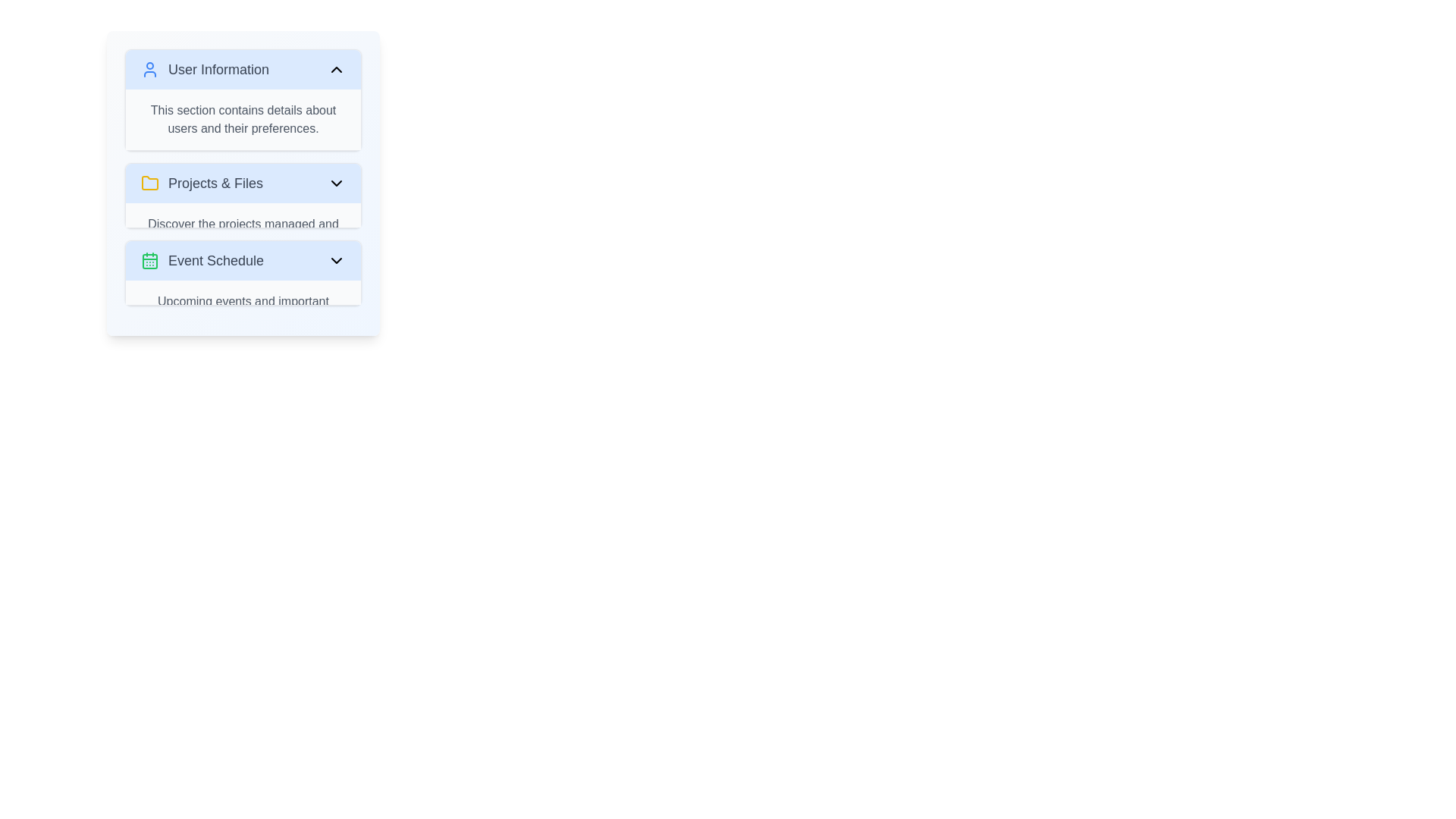 This screenshot has width=1456, height=819. What do you see at coordinates (243, 215) in the screenshot?
I see `the informative text stating 'Discover the projects managed and associated files here.' located inside the light blue expandable panel labeled 'Projects & Files'` at bounding box center [243, 215].